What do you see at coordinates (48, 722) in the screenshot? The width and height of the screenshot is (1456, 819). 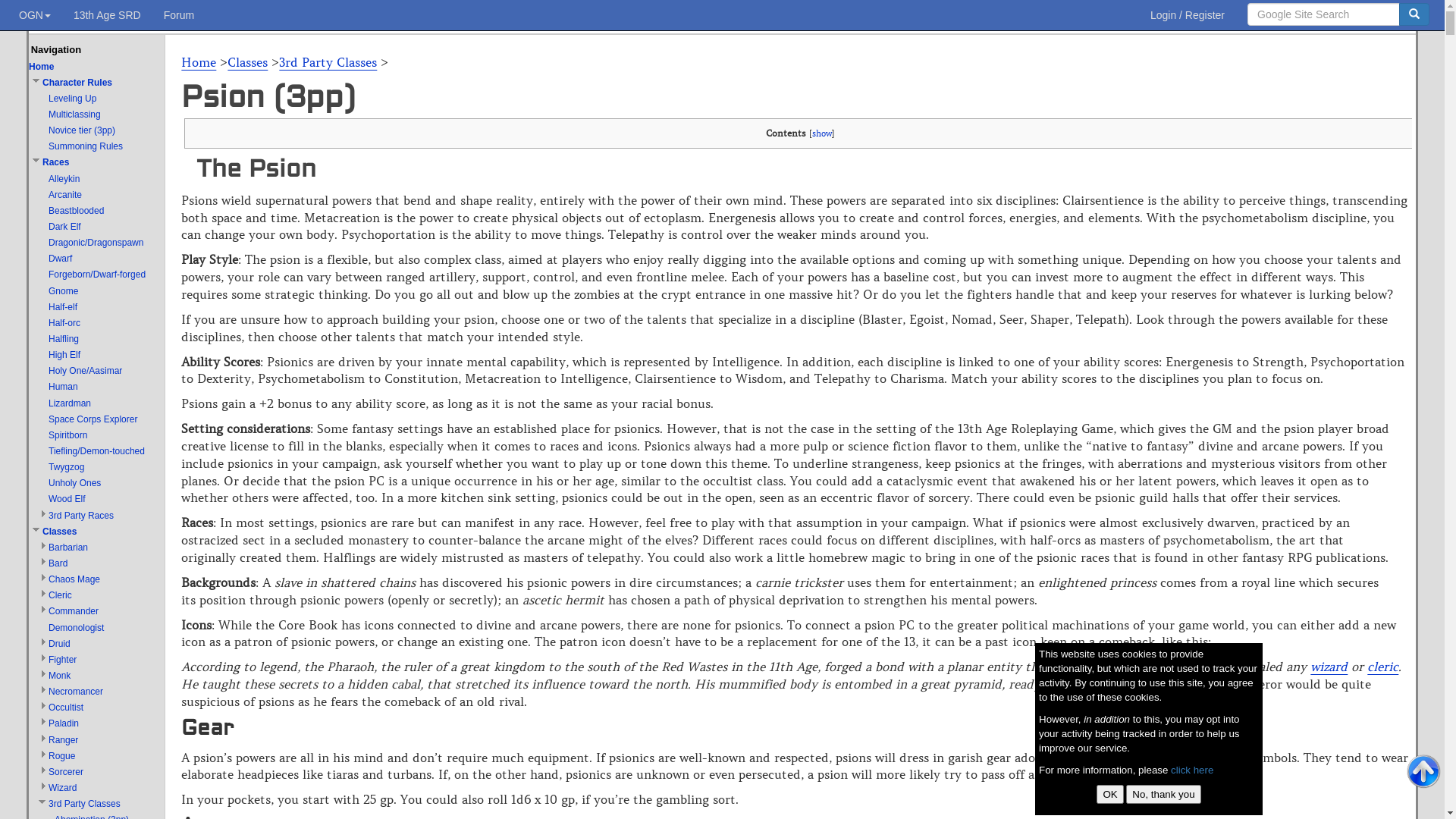 I see `'Paladin'` at bounding box center [48, 722].